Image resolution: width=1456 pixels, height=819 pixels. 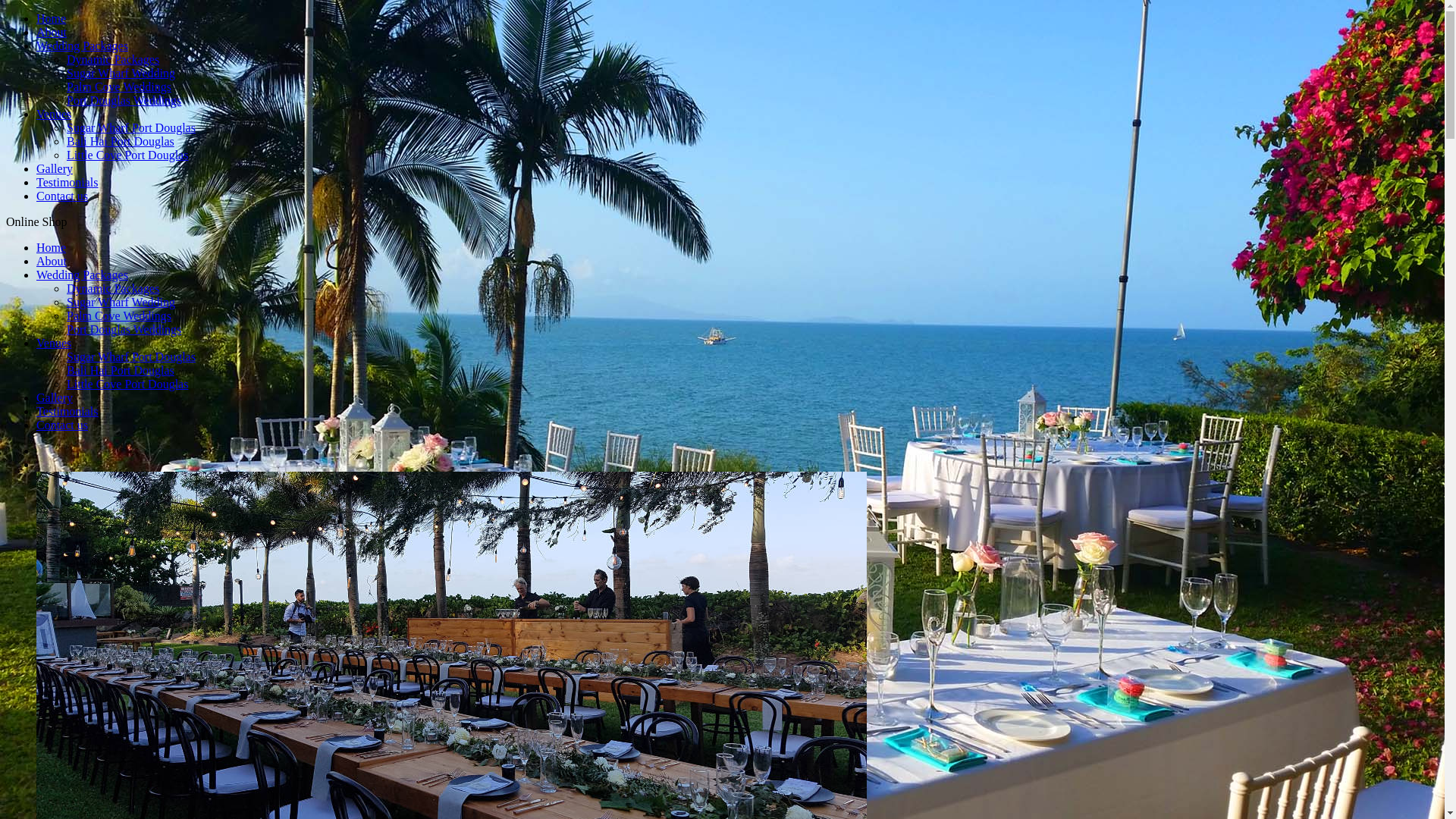 What do you see at coordinates (67, 181) in the screenshot?
I see `'Testimonials'` at bounding box center [67, 181].